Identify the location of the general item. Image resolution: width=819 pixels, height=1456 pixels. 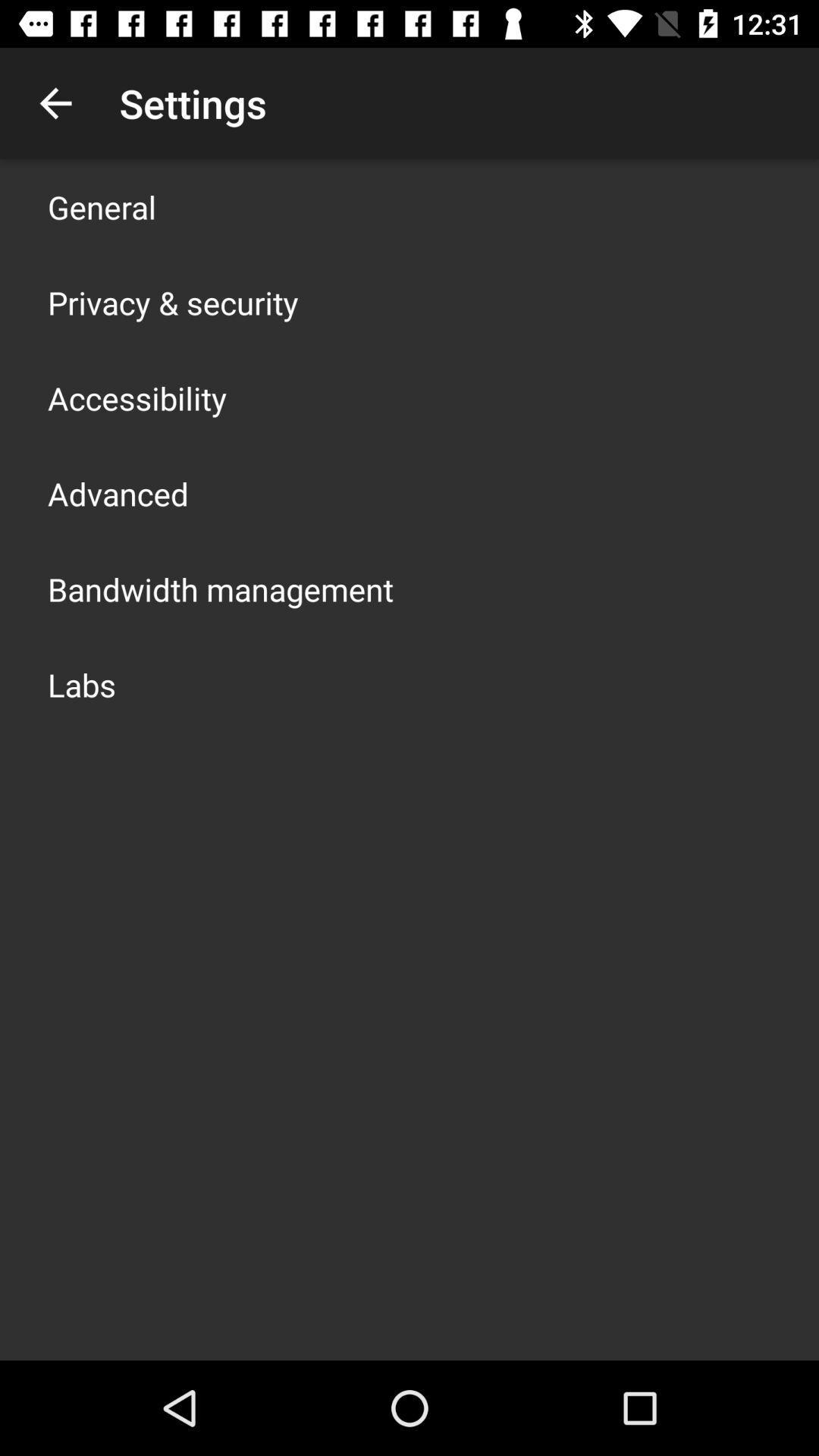
(102, 206).